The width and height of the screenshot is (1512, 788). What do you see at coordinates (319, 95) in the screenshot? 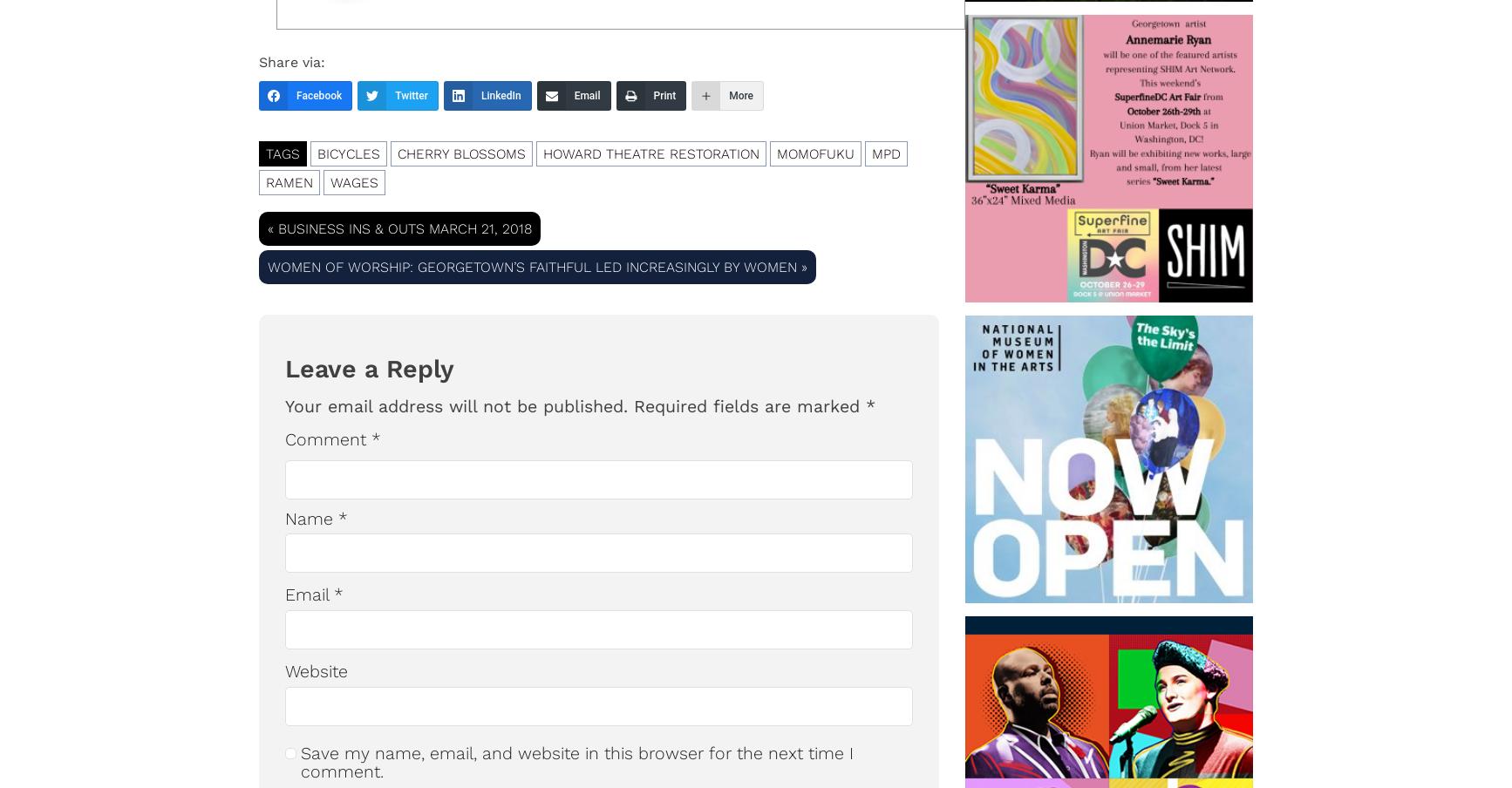
I see `'Facebook'` at bounding box center [319, 95].